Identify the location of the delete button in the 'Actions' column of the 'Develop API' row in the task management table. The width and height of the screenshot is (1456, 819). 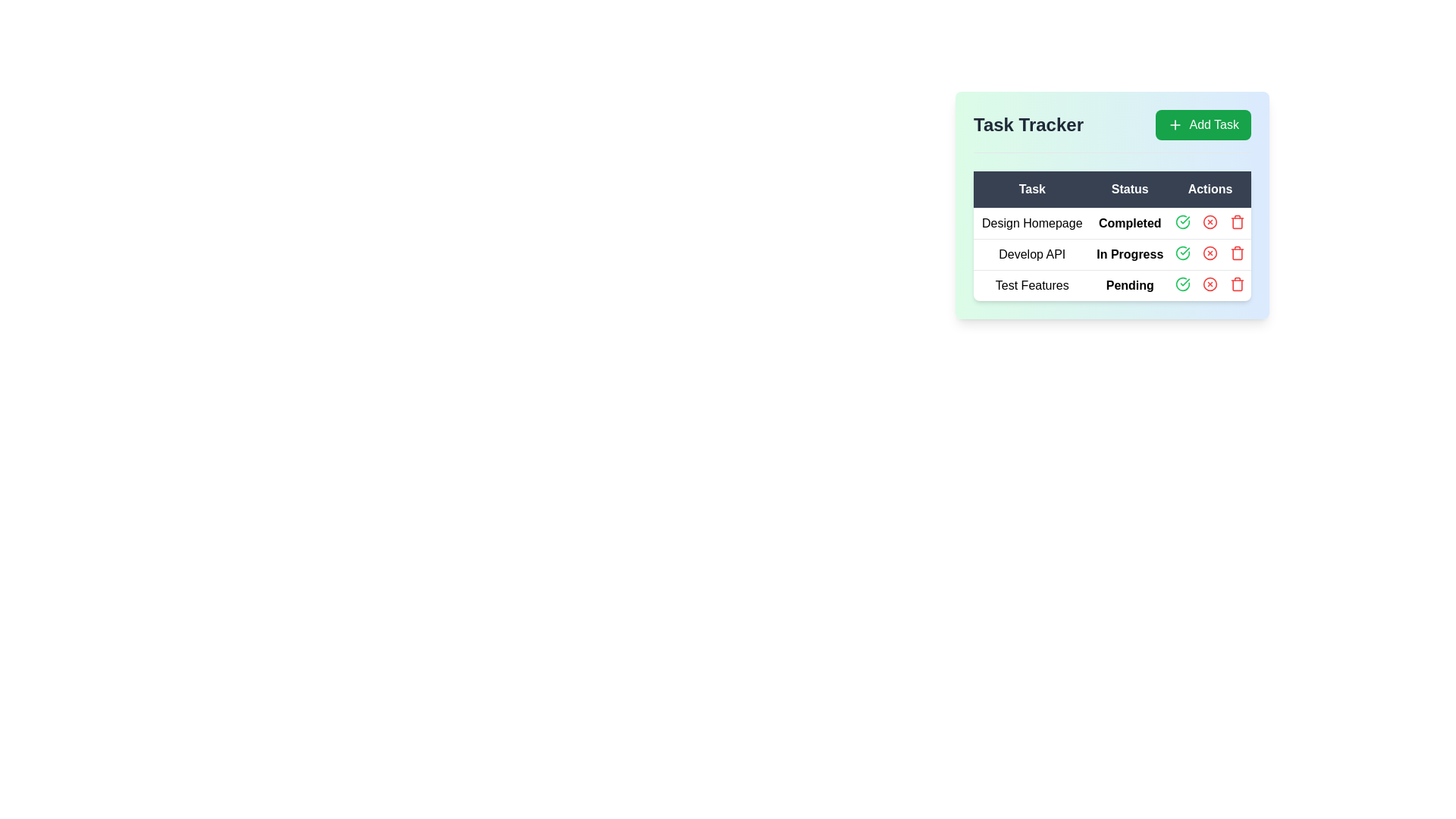
(1238, 253).